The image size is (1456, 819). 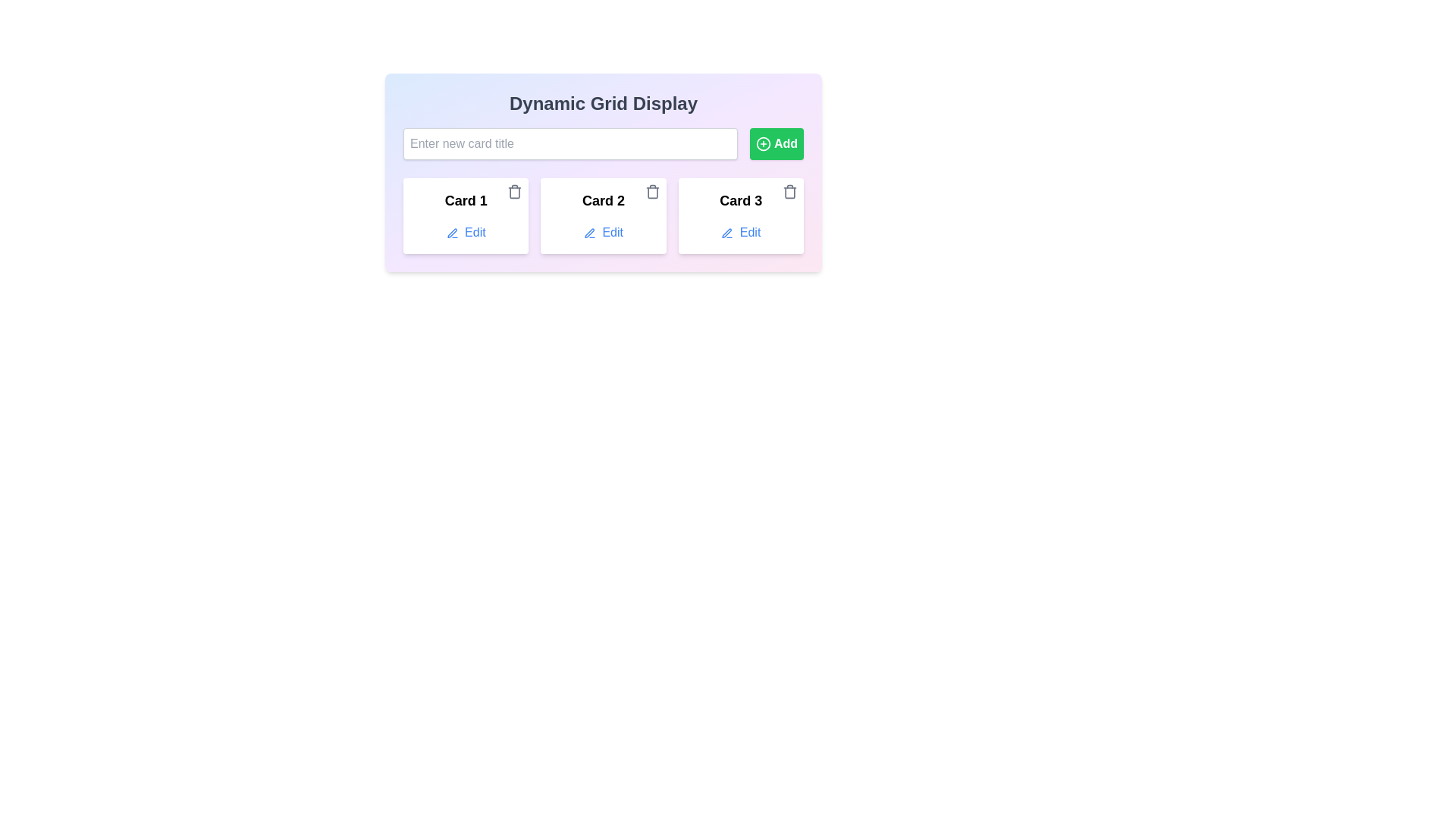 I want to click on the small 'Edit' button with blue text and a pencil icon located at the bottom-right corner of 'Card 3' to initiate the edit action, so click(x=741, y=233).